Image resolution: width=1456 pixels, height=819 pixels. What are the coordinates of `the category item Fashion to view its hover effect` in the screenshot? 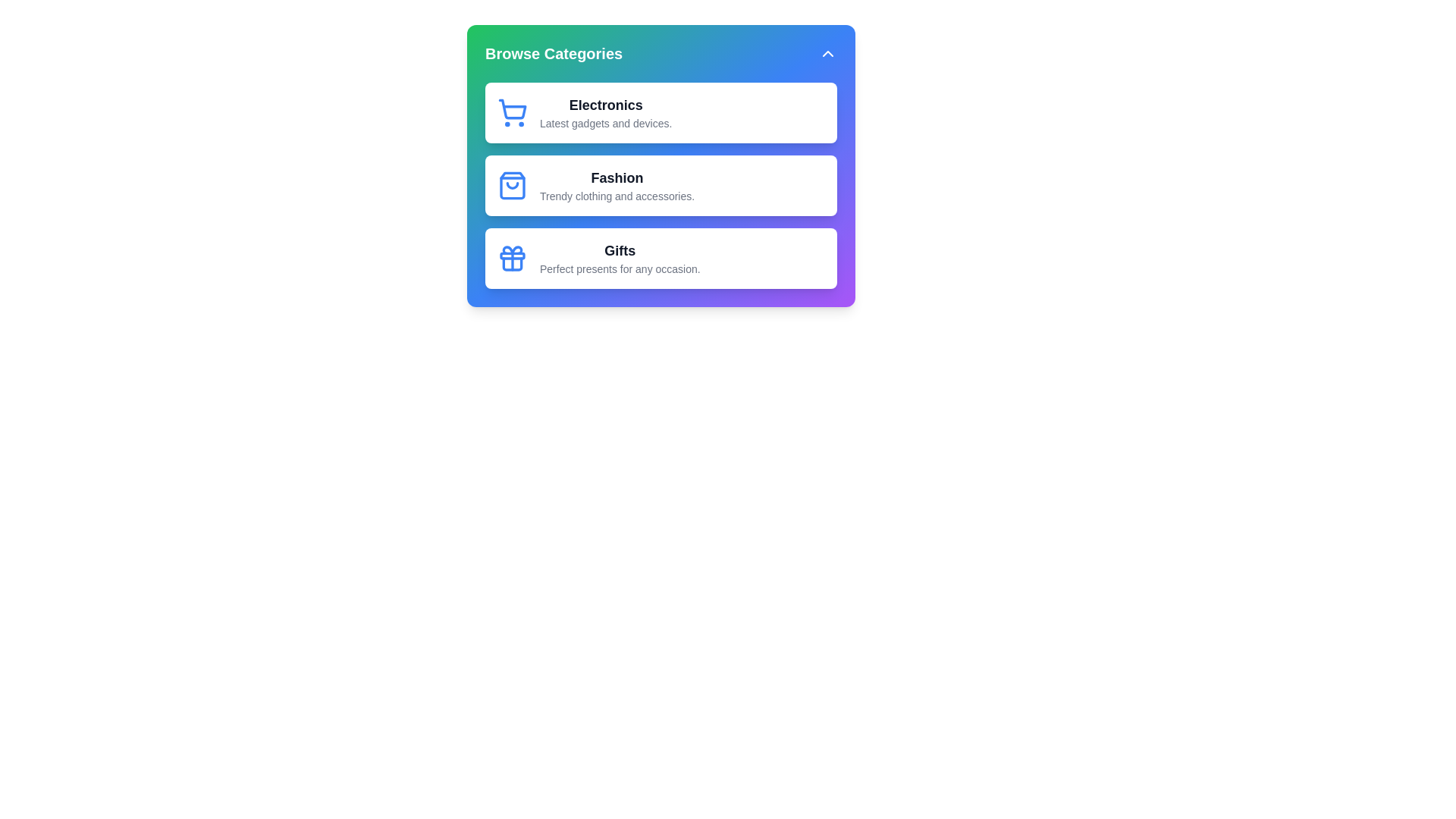 It's located at (661, 185).